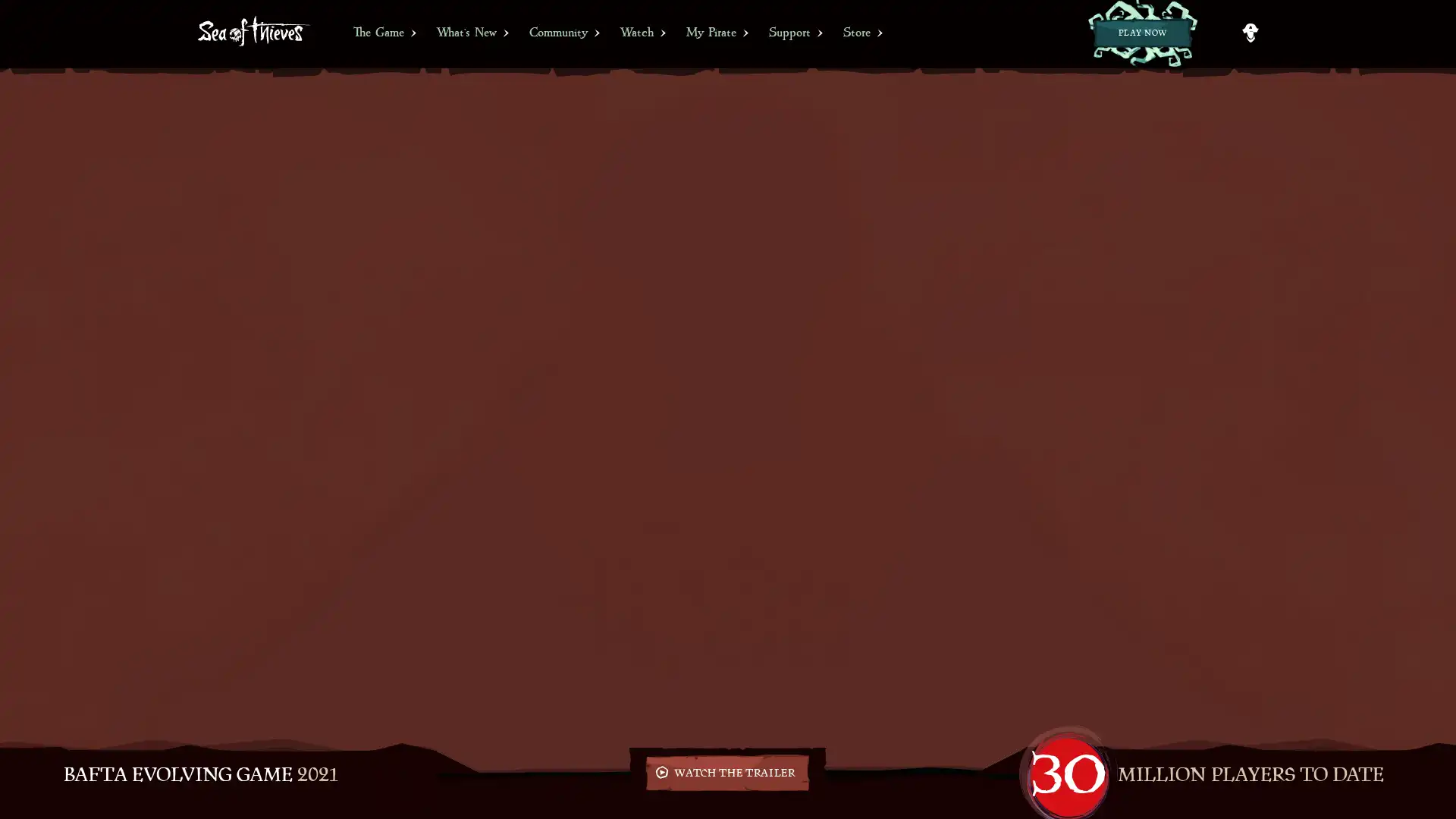 The width and height of the screenshot is (1456, 819). What do you see at coordinates (726, 772) in the screenshot?
I see `Play Watch the trailer video` at bounding box center [726, 772].